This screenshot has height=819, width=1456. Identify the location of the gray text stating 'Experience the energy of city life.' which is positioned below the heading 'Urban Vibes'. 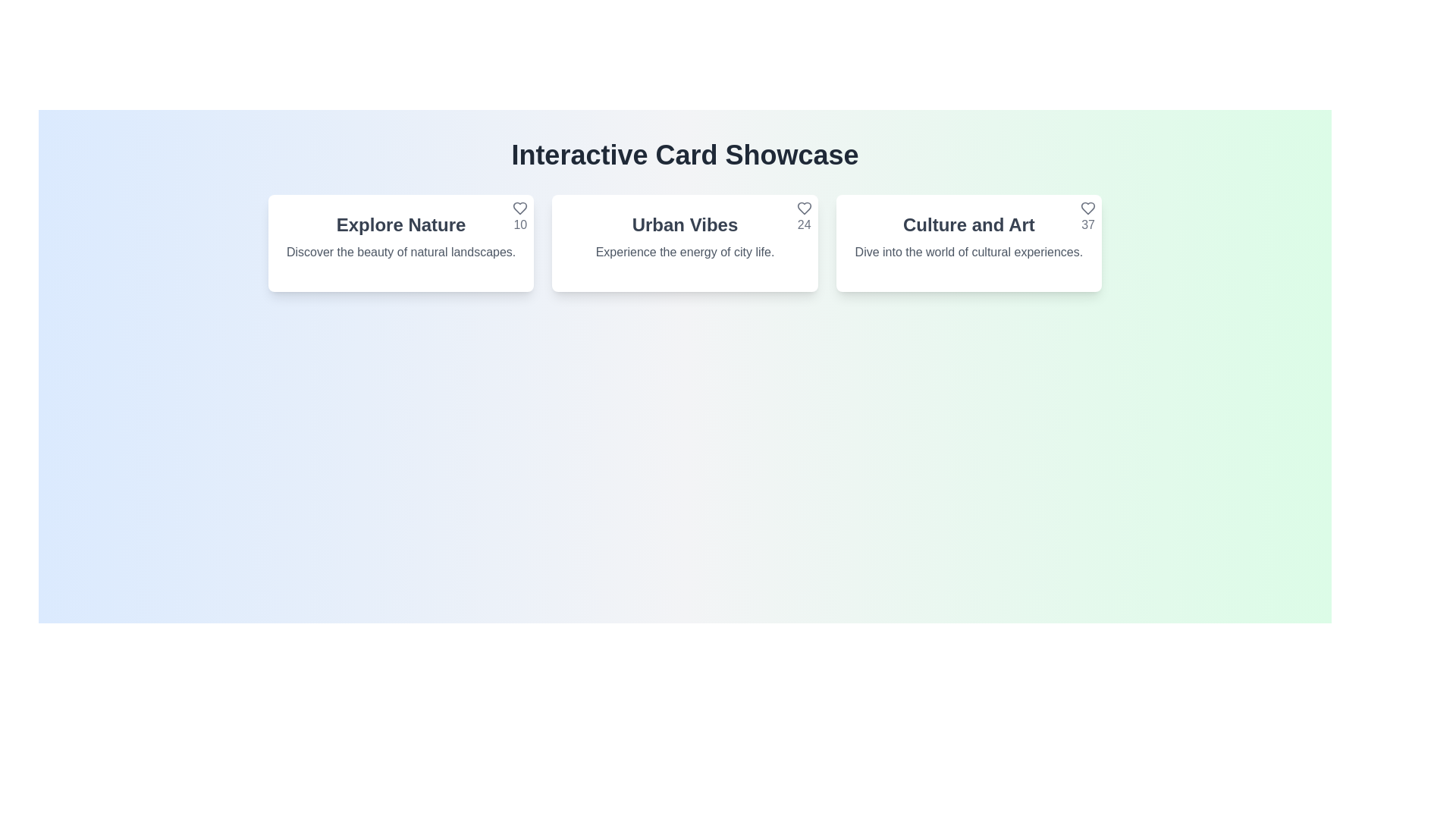
(684, 251).